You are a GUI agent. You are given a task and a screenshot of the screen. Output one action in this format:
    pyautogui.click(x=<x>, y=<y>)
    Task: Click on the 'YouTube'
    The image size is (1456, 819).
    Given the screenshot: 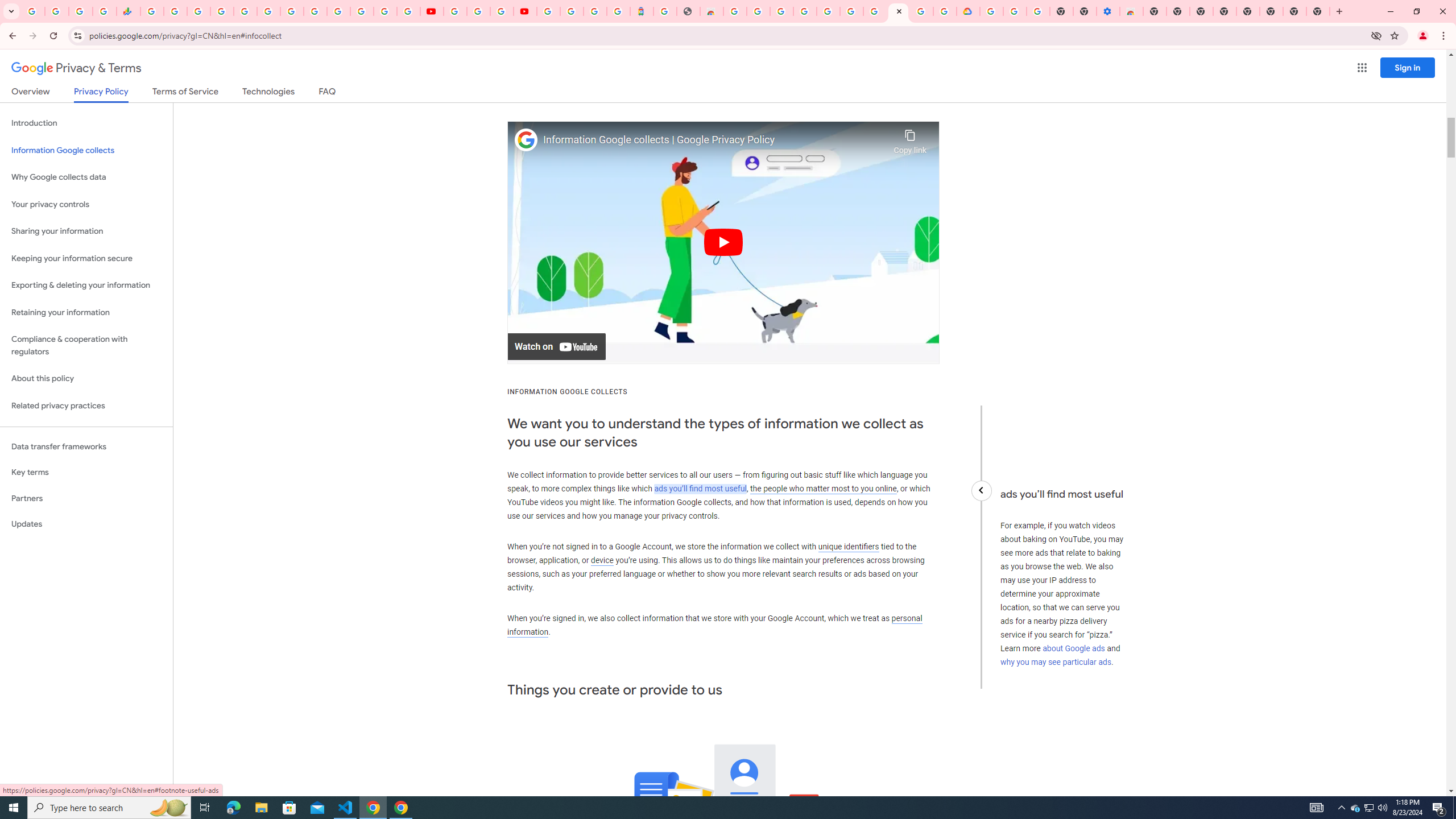 What is the action you would take?
    pyautogui.click(x=454, y=11)
    